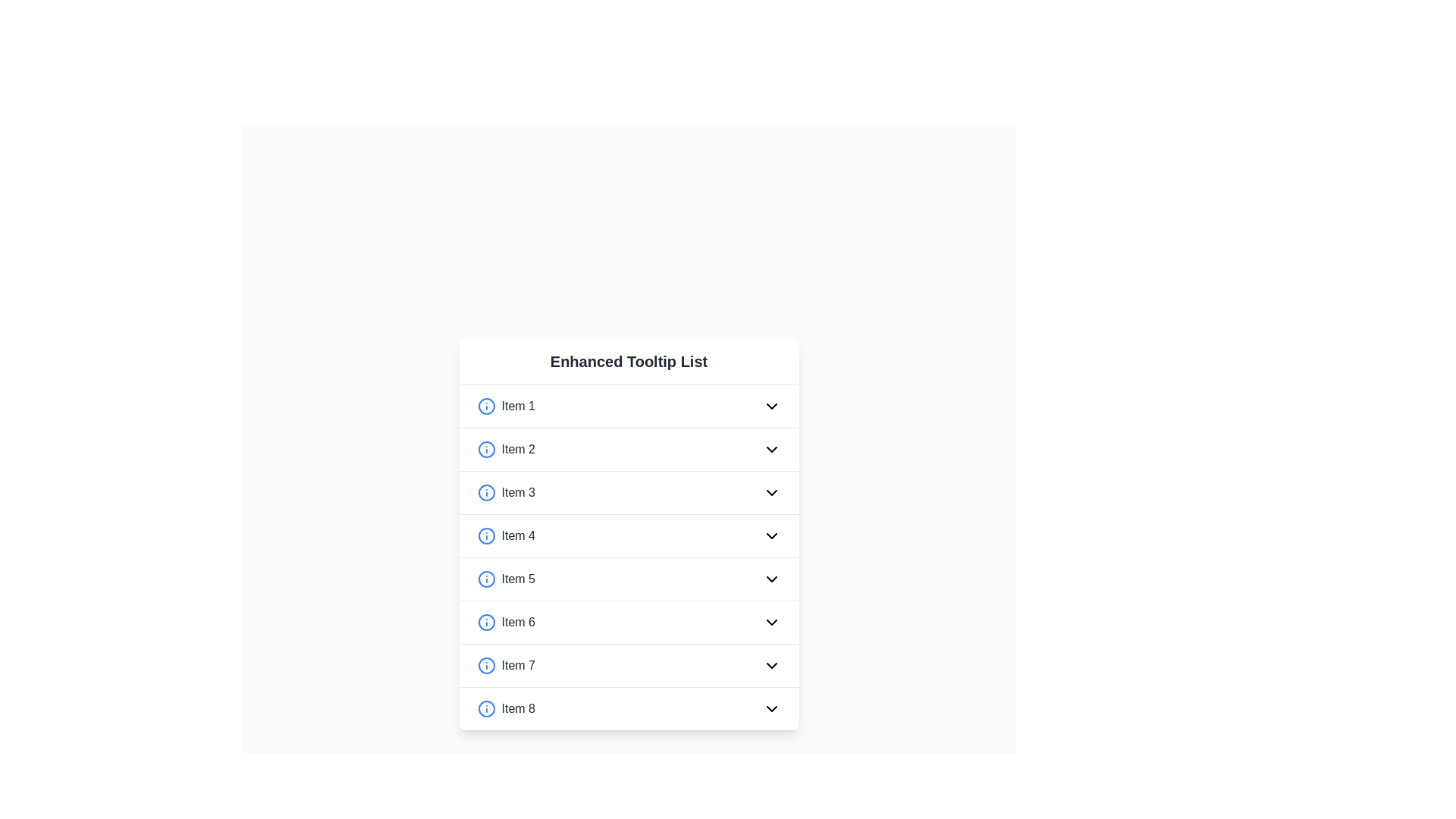 This screenshot has width=1456, height=819. I want to click on the medium blue circle element of the SVG info icon located to the left of 'Item 2' in the second row of the vertical list, so click(486, 449).